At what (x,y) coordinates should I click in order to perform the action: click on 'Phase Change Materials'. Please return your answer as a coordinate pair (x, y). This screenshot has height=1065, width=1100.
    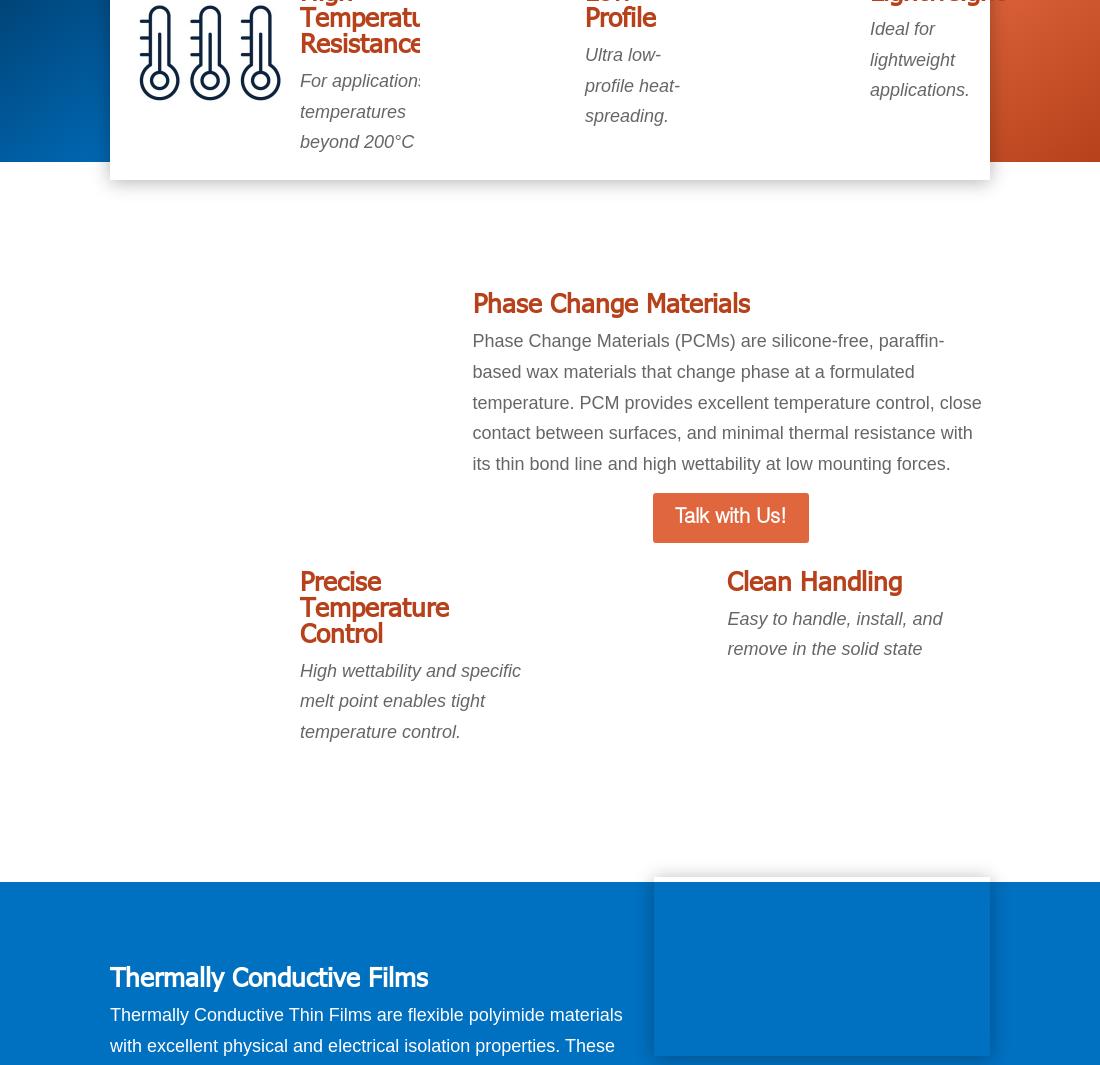
    Looking at the image, I should click on (609, 301).